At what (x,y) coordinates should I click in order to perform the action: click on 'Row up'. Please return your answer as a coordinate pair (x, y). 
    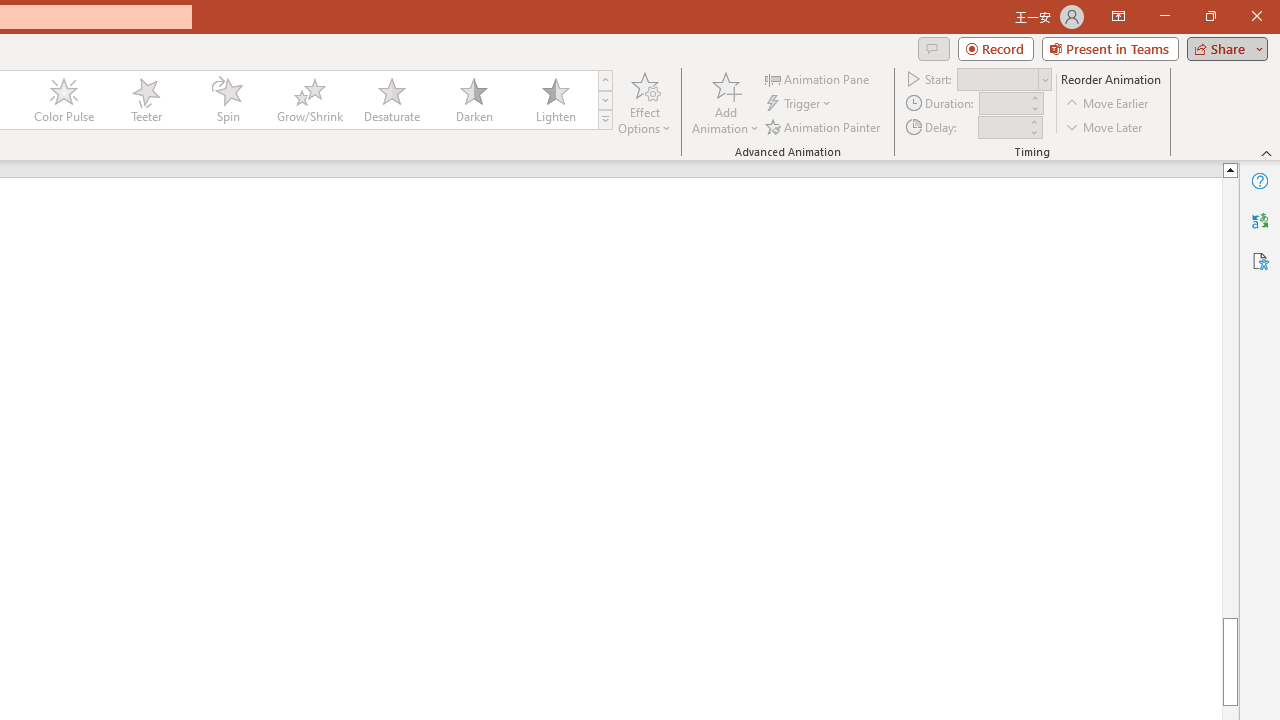
    Looking at the image, I should click on (604, 79).